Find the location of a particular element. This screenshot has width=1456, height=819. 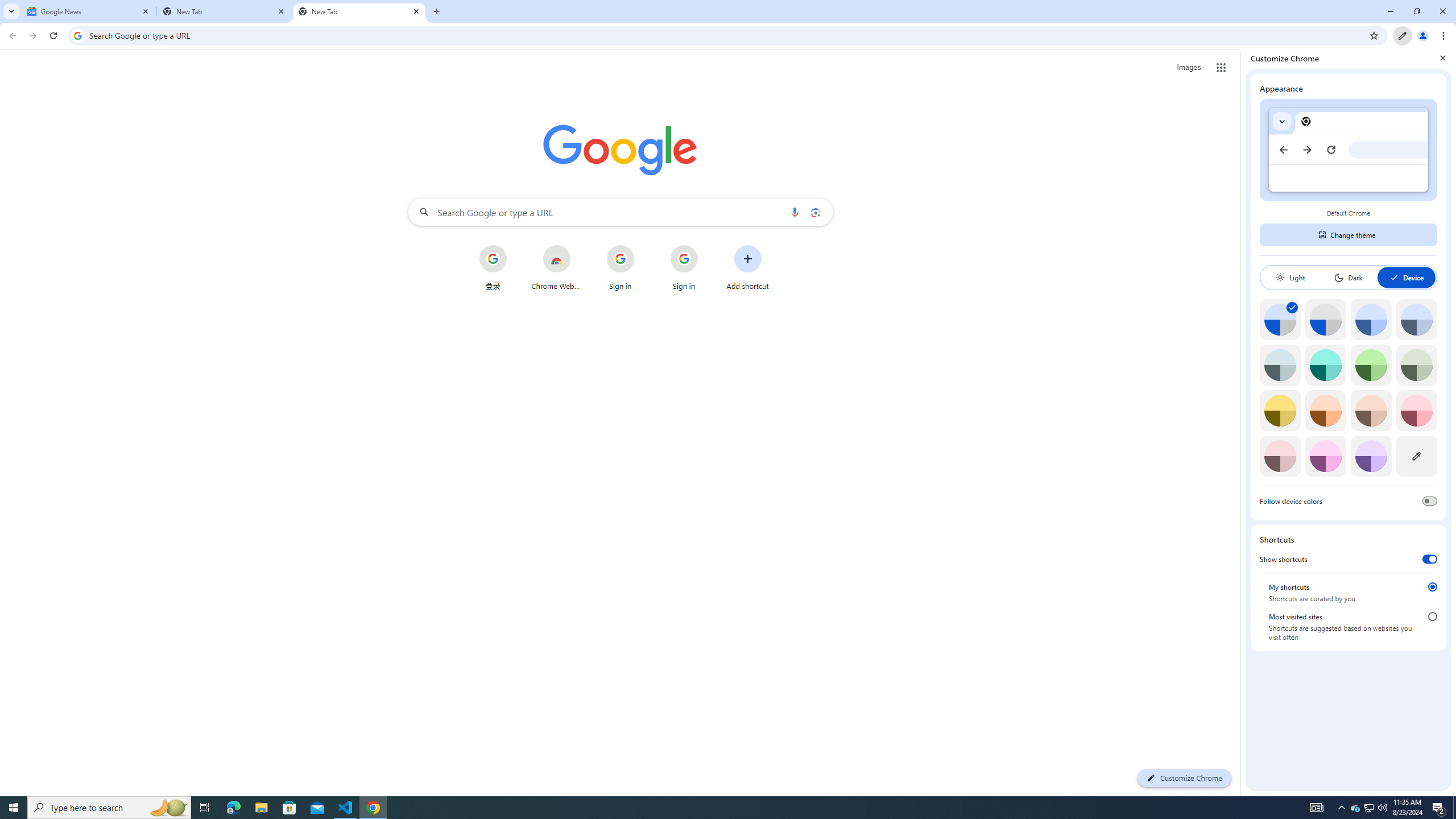

'More actions for Chrome Web Store shortcut' is located at coordinates (579, 246).